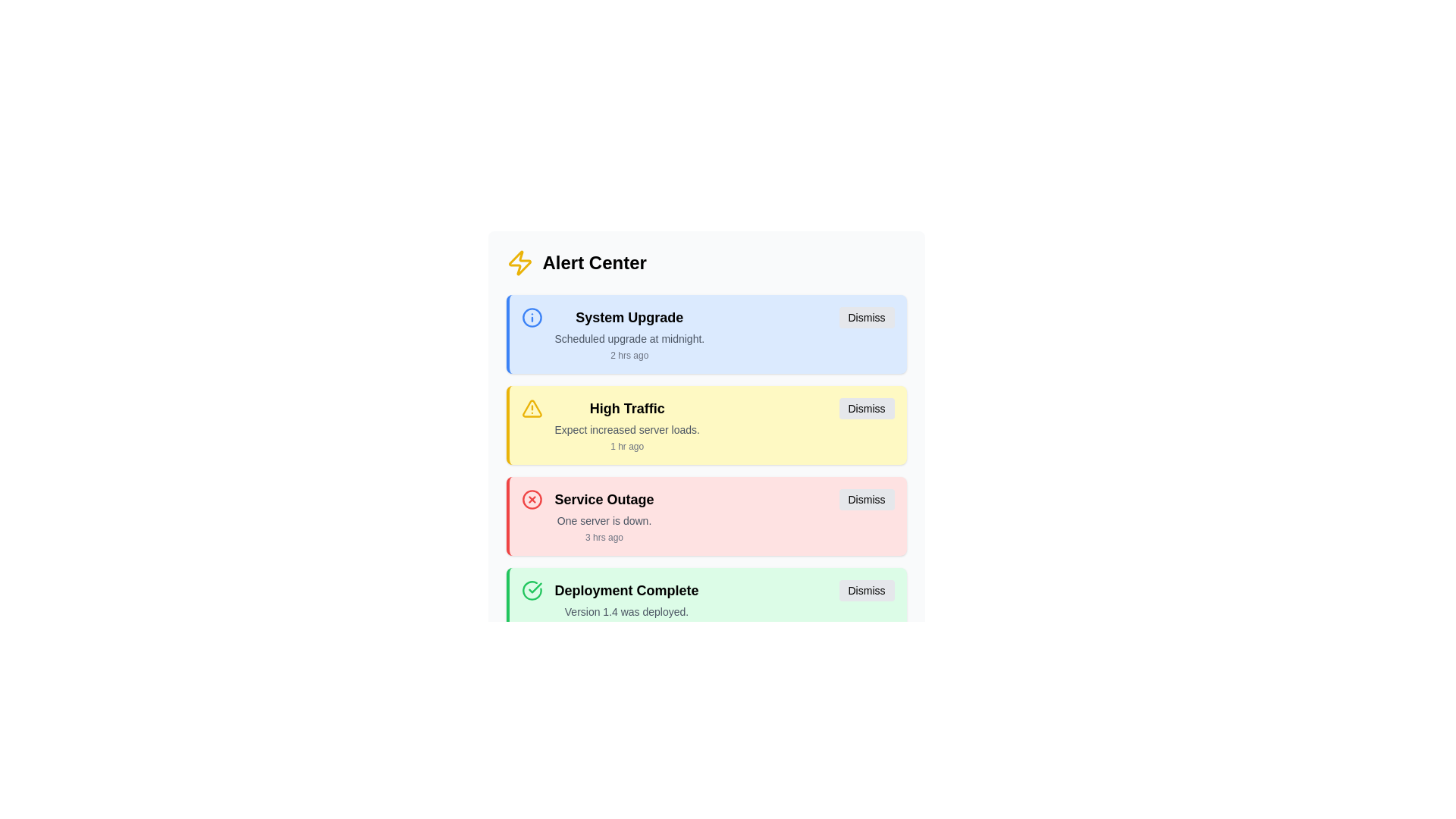 Image resolution: width=1456 pixels, height=819 pixels. Describe the element at coordinates (603, 516) in the screenshot. I see `text content of the third entry in the Alert Center list, which is a Text block notifying the user about the status of a service outage` at that location.